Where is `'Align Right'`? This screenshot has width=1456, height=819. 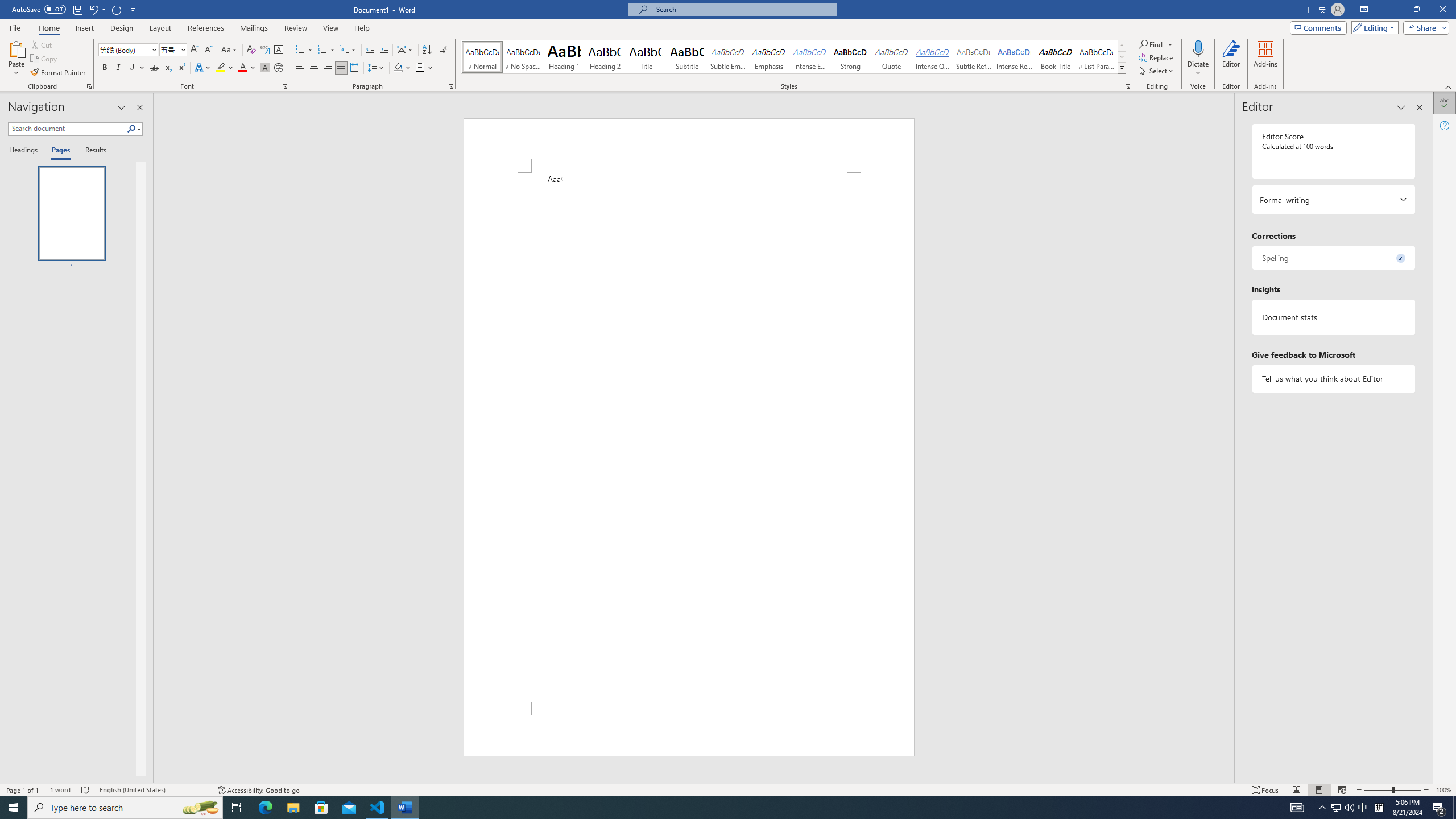 'Align Right' is located at coordinates (327, 67).